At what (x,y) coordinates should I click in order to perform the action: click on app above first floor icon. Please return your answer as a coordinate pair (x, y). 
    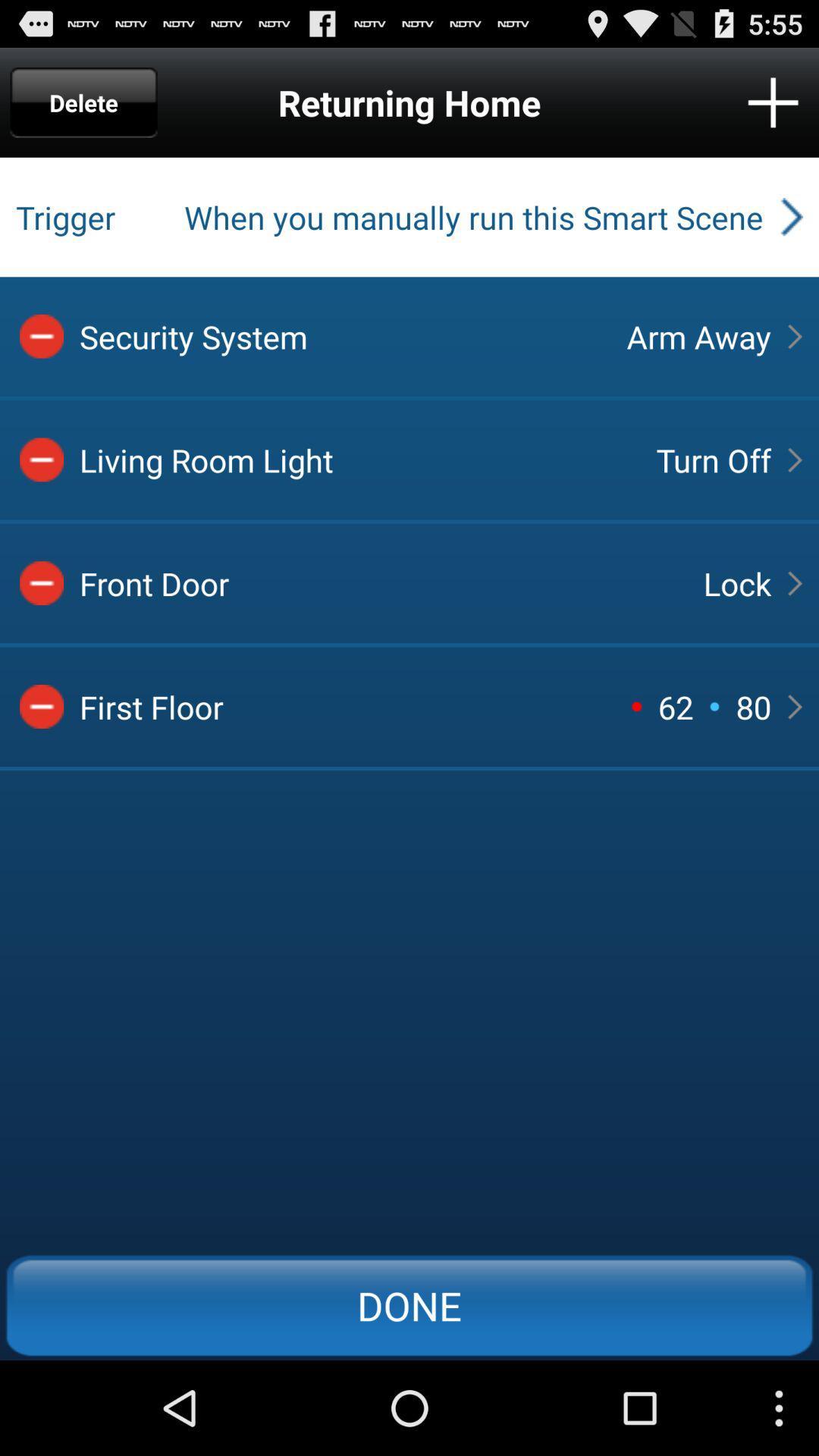
    Looking at the image, I should click on (378, 582).